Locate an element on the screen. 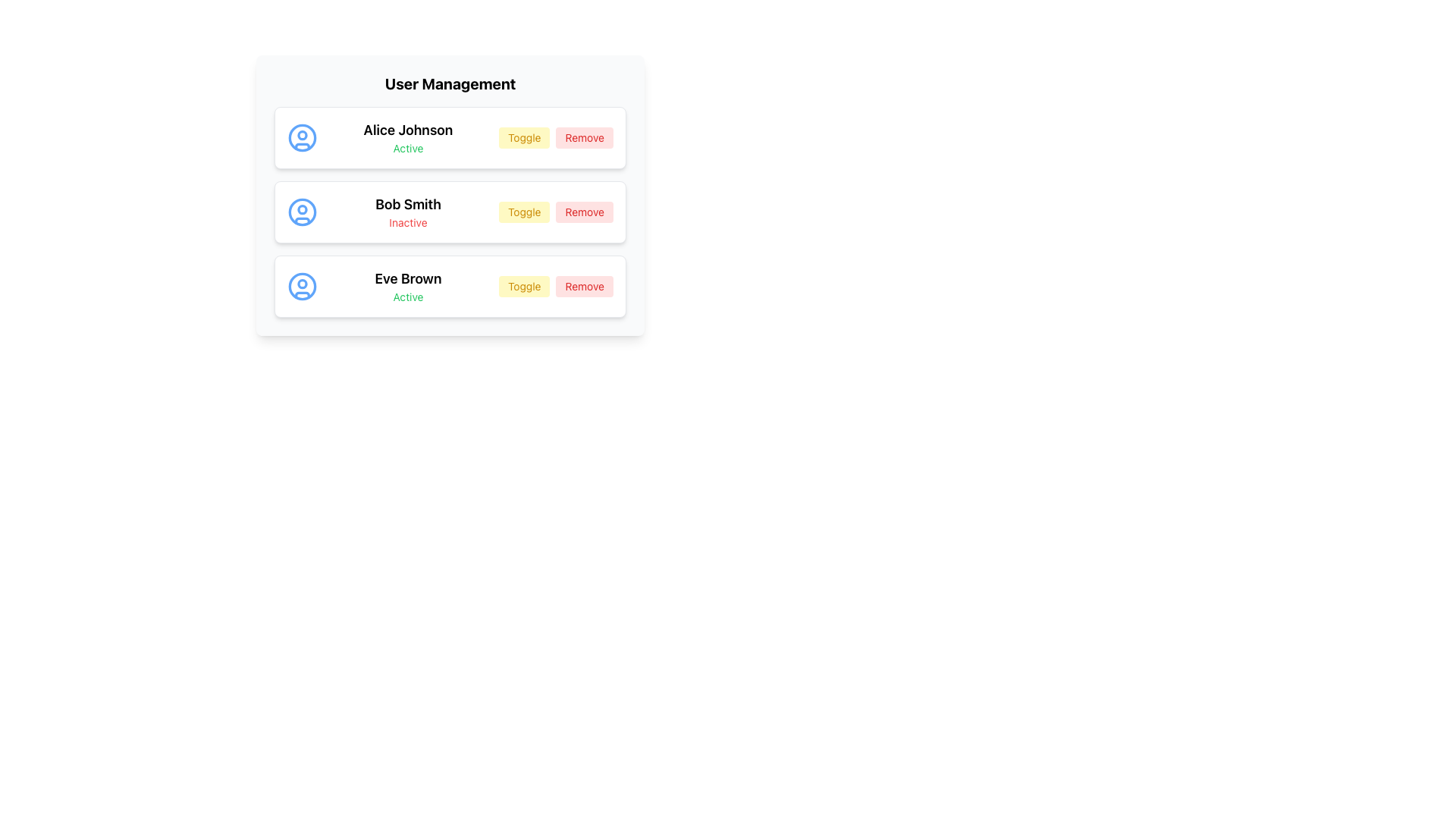 The width and height of the screenshot is (1456, 819). the Text Display element that shows the user's name and activity status, located to the right of the circular user icon in the User Management interface is located at coordinates (408, 137).